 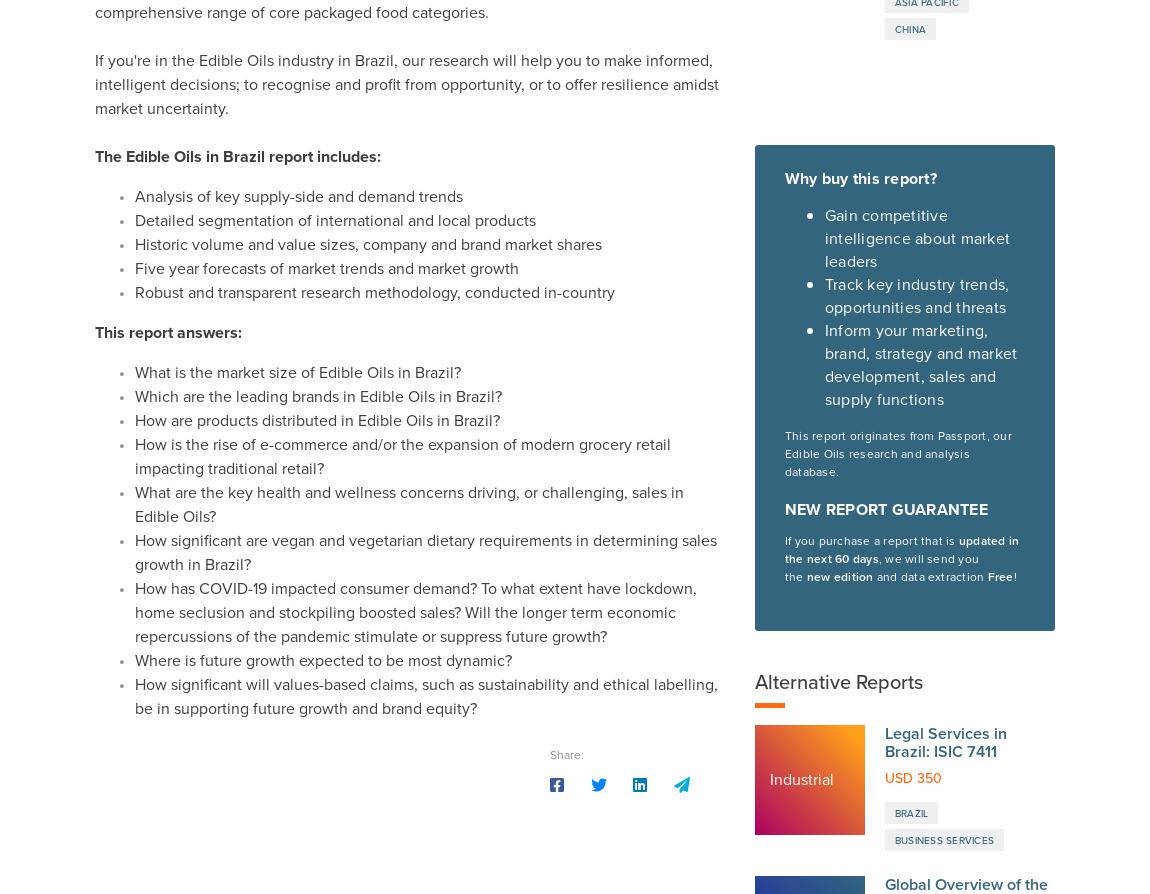 I want to click on 'Textile and Leather Products', so click(x=895, y=534).